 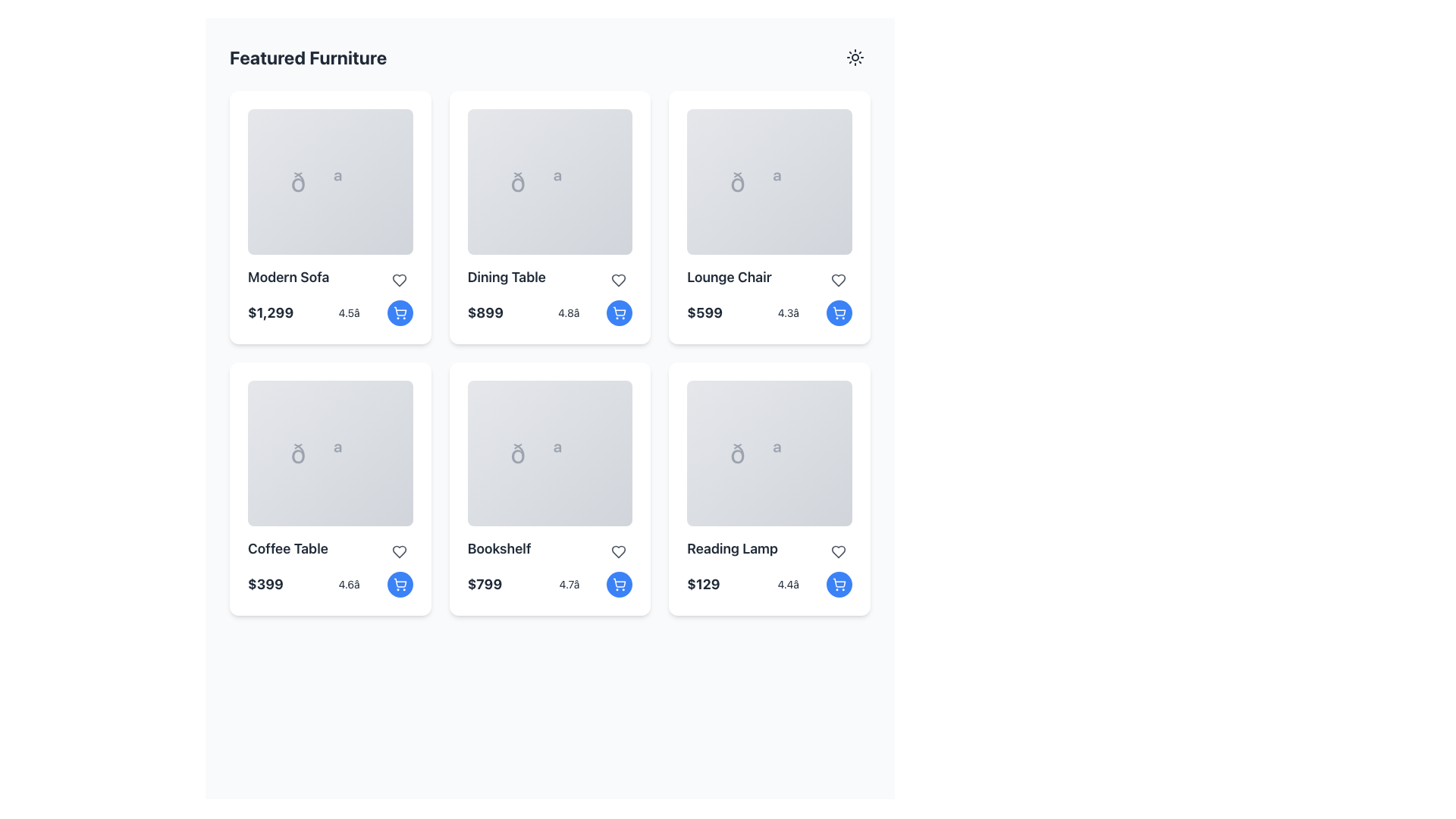 I want to click on the heart icon, so click(x=837, y=552).